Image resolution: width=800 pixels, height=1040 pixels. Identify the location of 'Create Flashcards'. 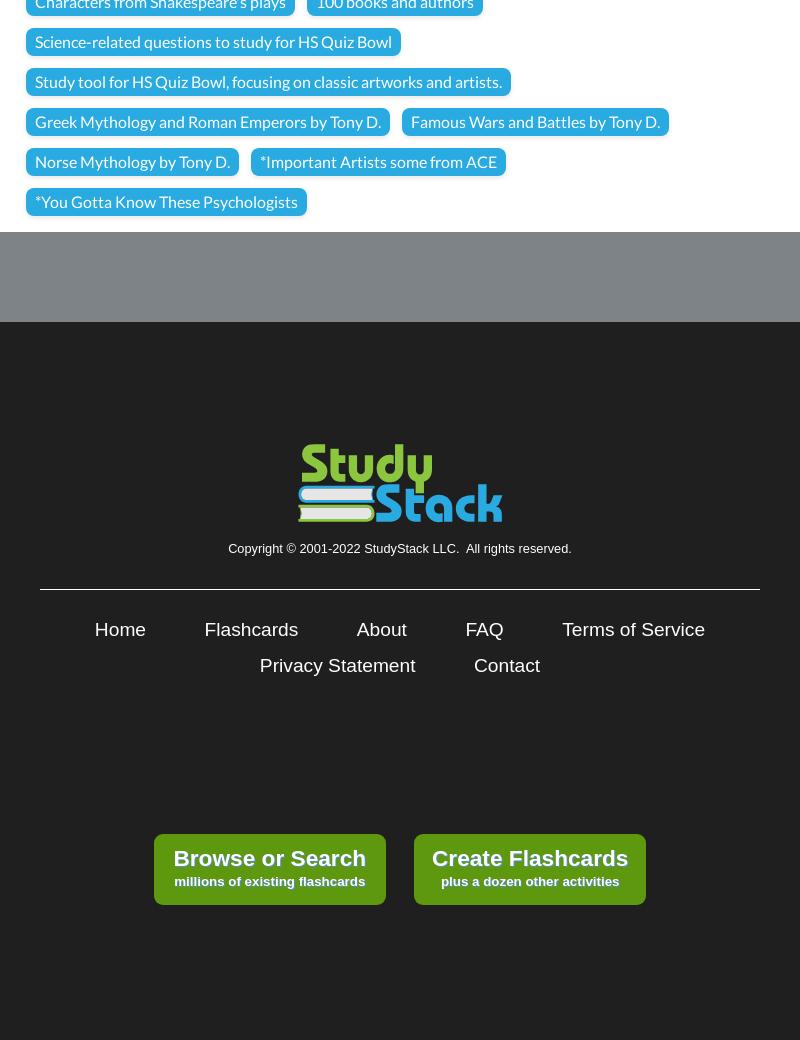
(528, 857).